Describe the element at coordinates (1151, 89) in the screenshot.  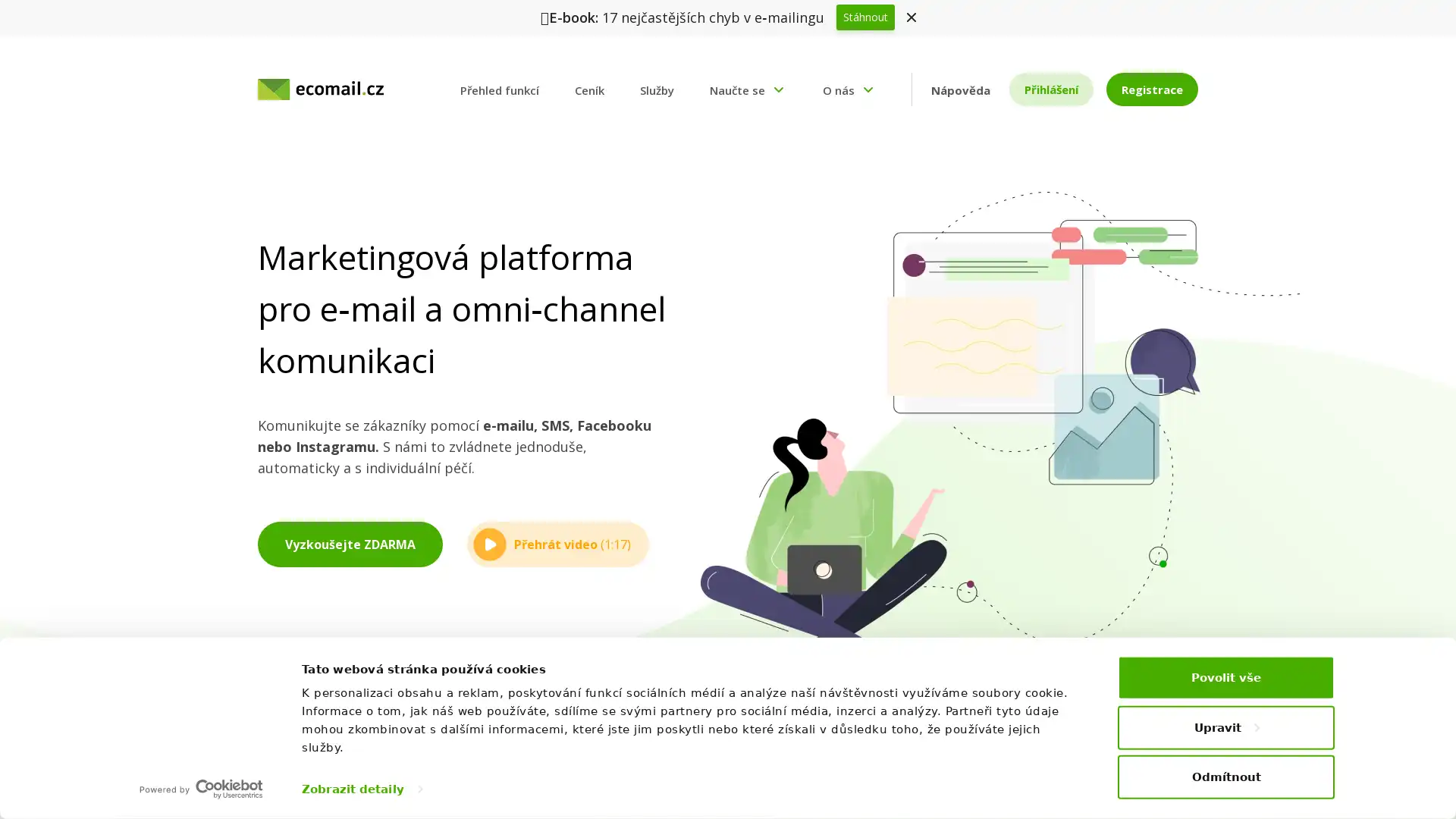
I see `Registrace` at that location.